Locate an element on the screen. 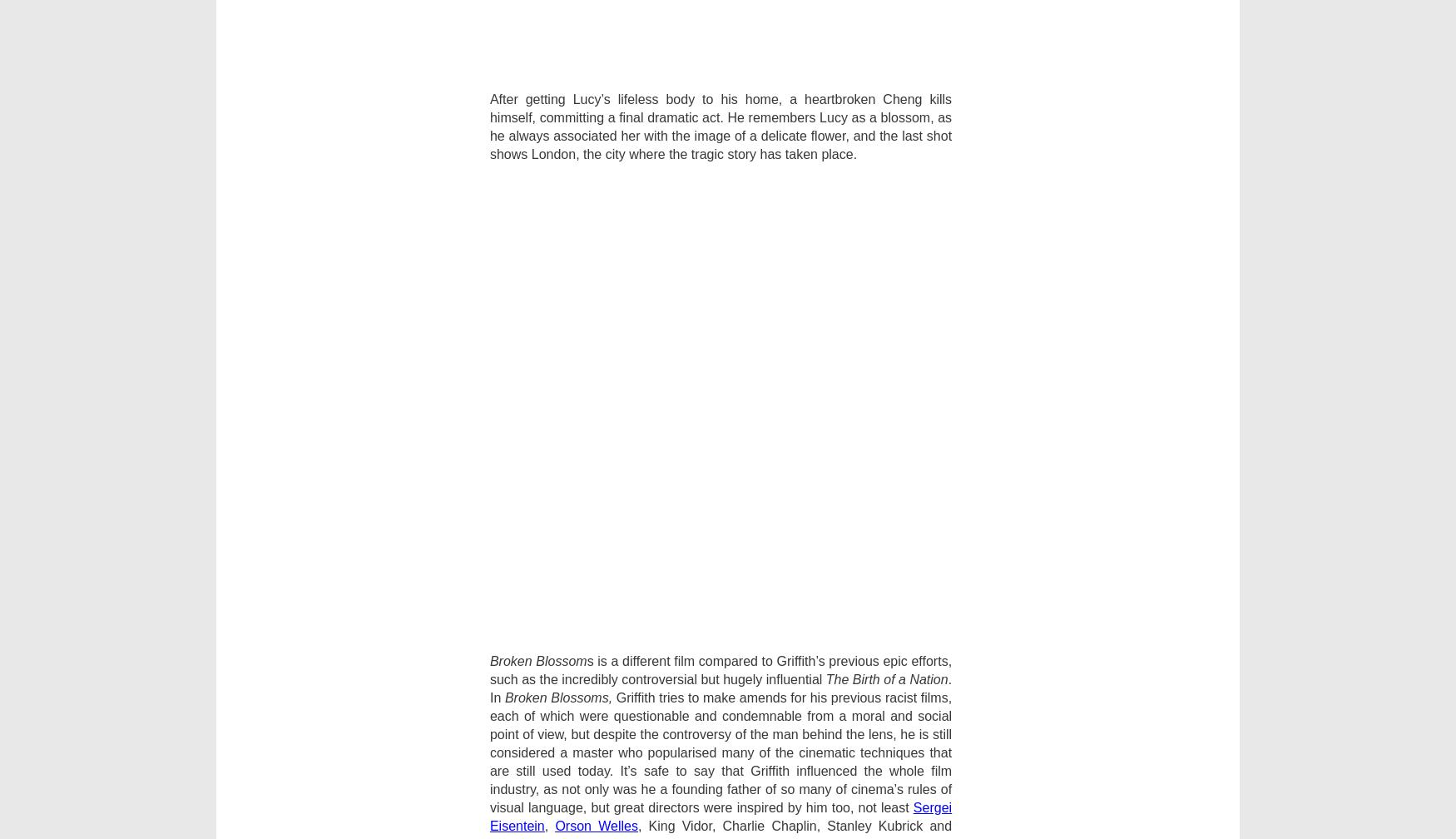 Image resolution: width=1456 pixels, height=839 pixels. 'RedBubble' is located at coordinates (1028, 553).